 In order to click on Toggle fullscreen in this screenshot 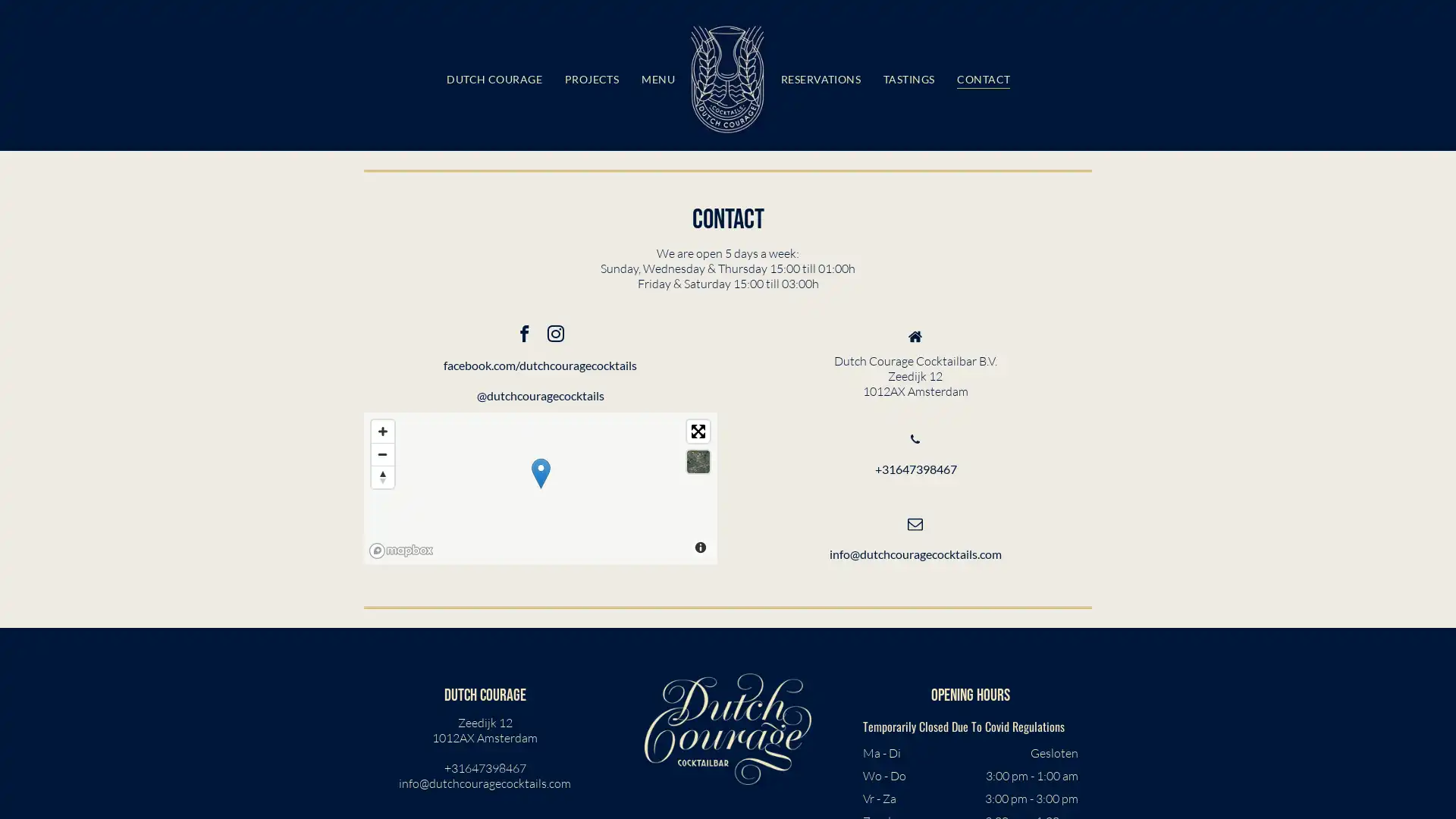, I will do `click(697, 430)`.